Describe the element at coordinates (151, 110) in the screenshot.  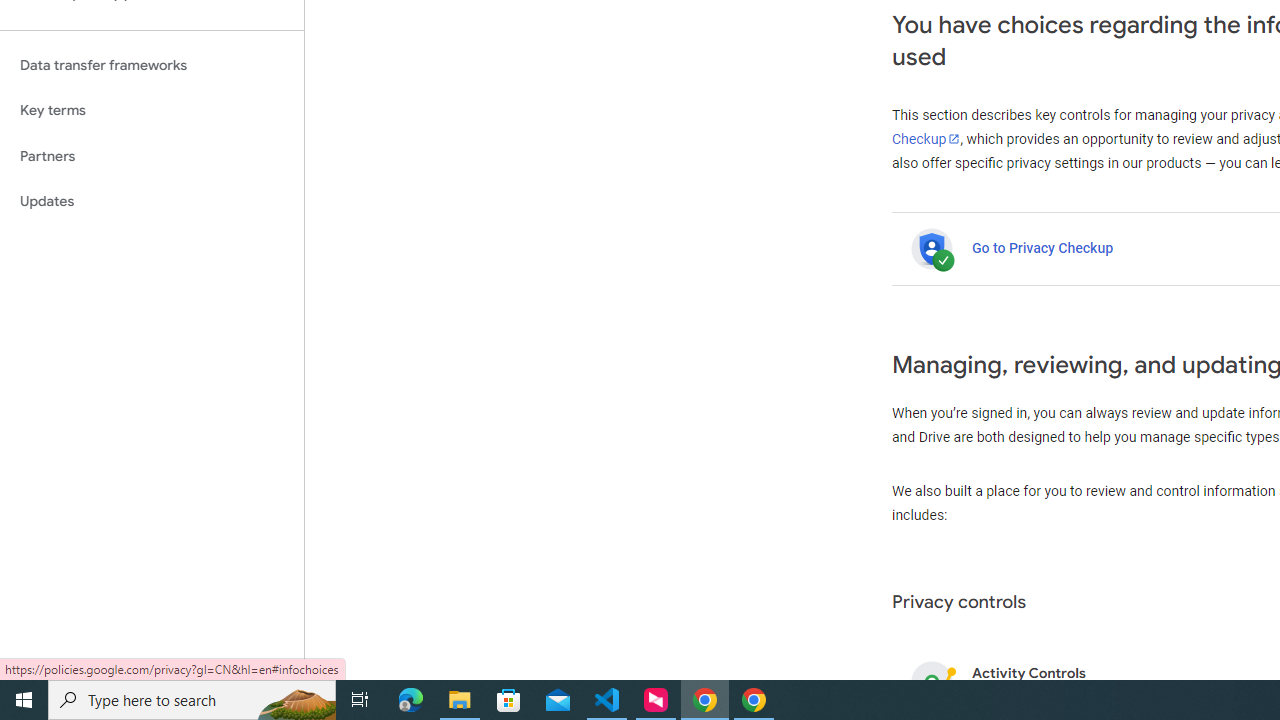
I see `'Key terms'` at that location.